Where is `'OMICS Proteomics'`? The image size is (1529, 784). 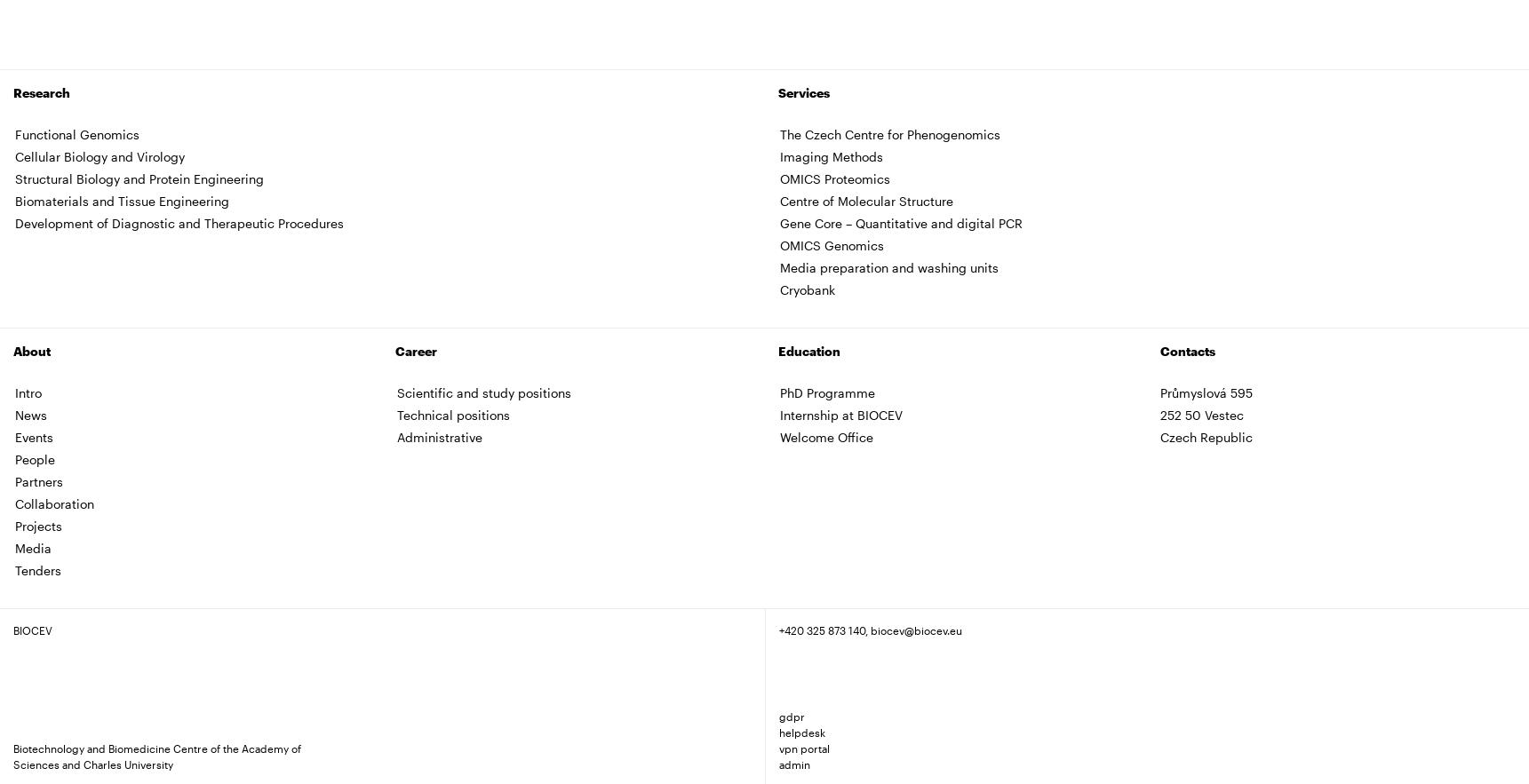
'OMICS Proteomics' is located at coordinates (832, 177).